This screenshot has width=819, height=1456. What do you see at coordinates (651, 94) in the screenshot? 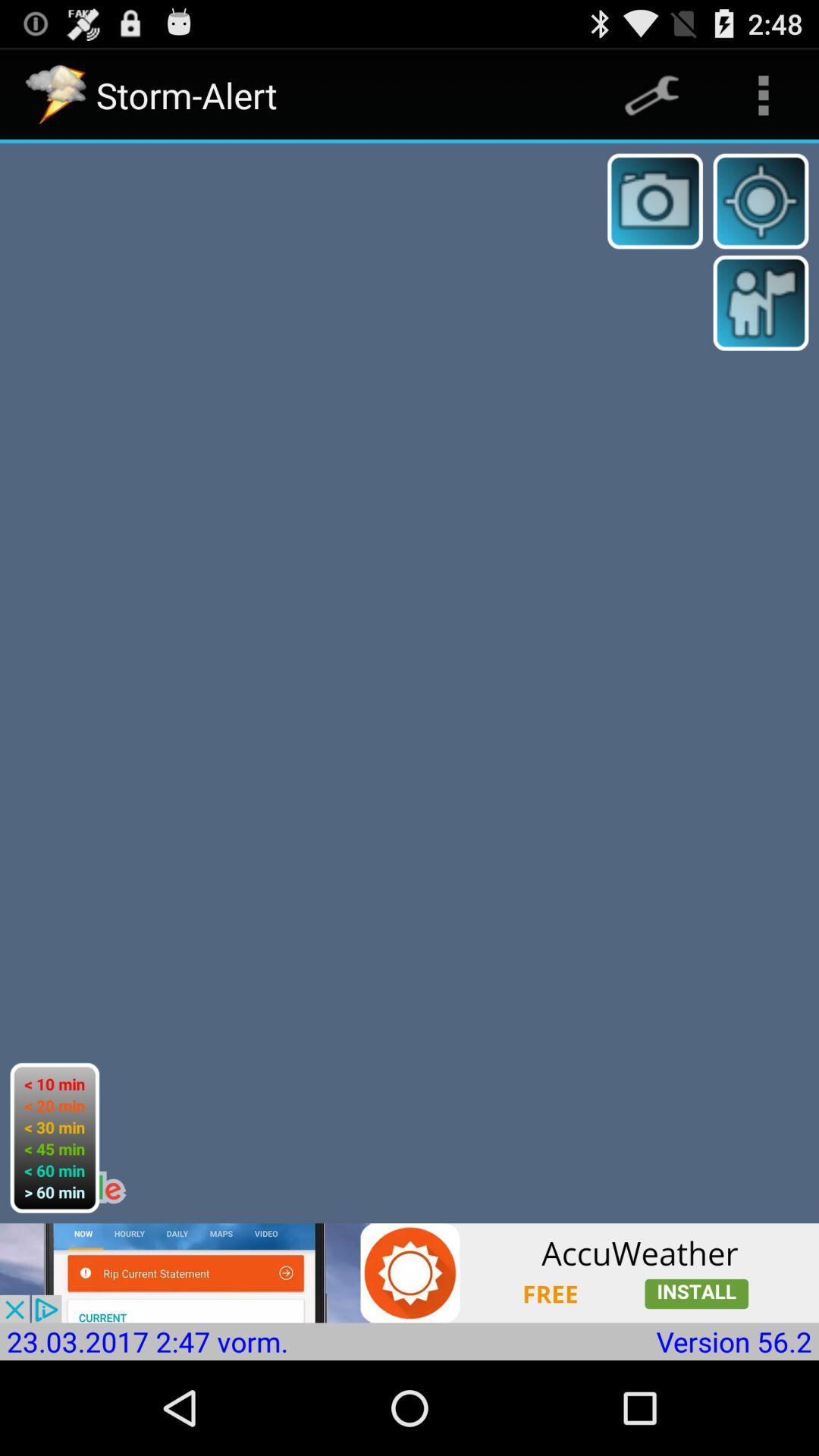
I see `the item to the right of storm-alert app` at bounding box center [651, 94].